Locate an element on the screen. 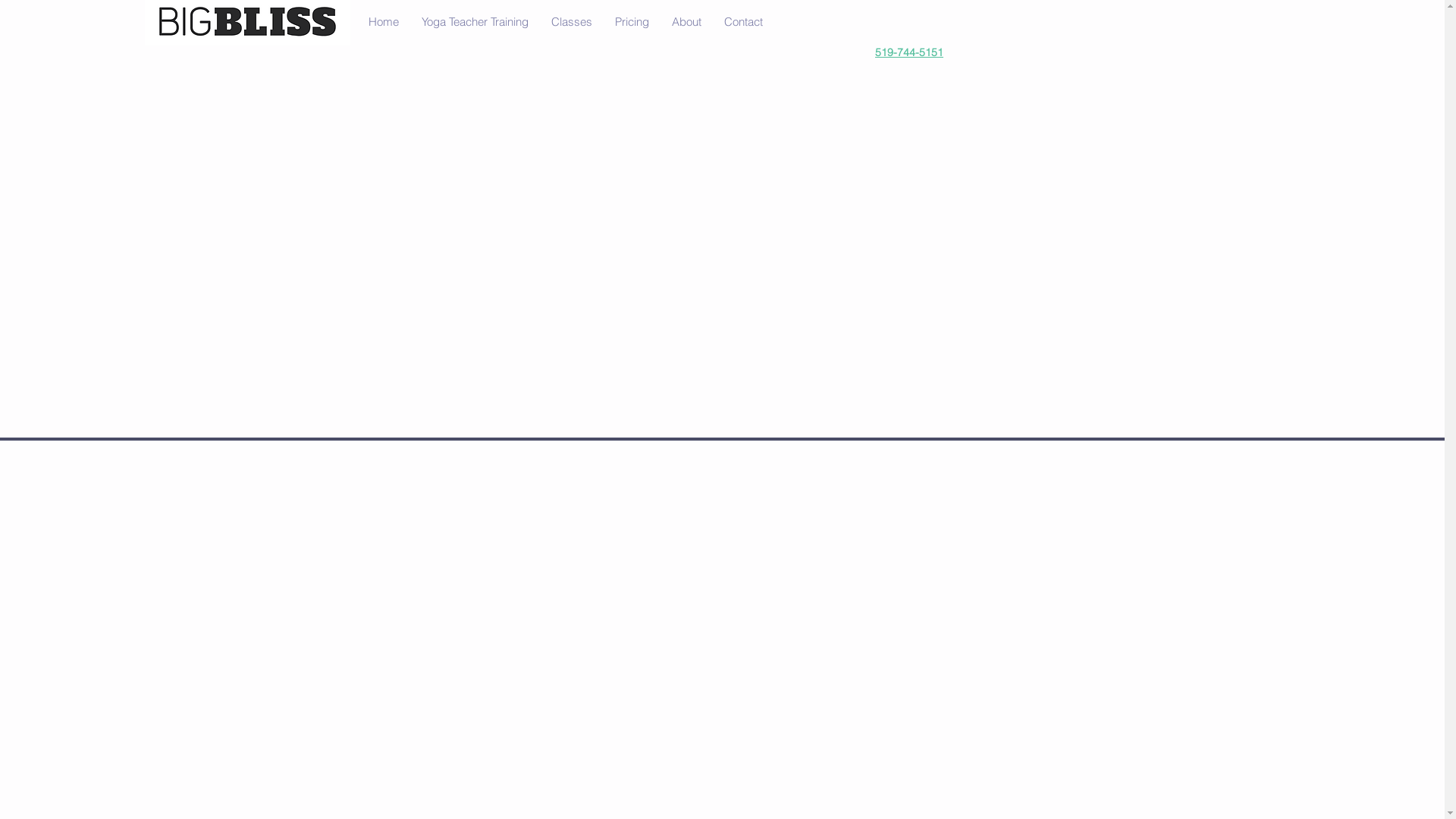  '519-744-5151' is located at coordinates (909, 52).